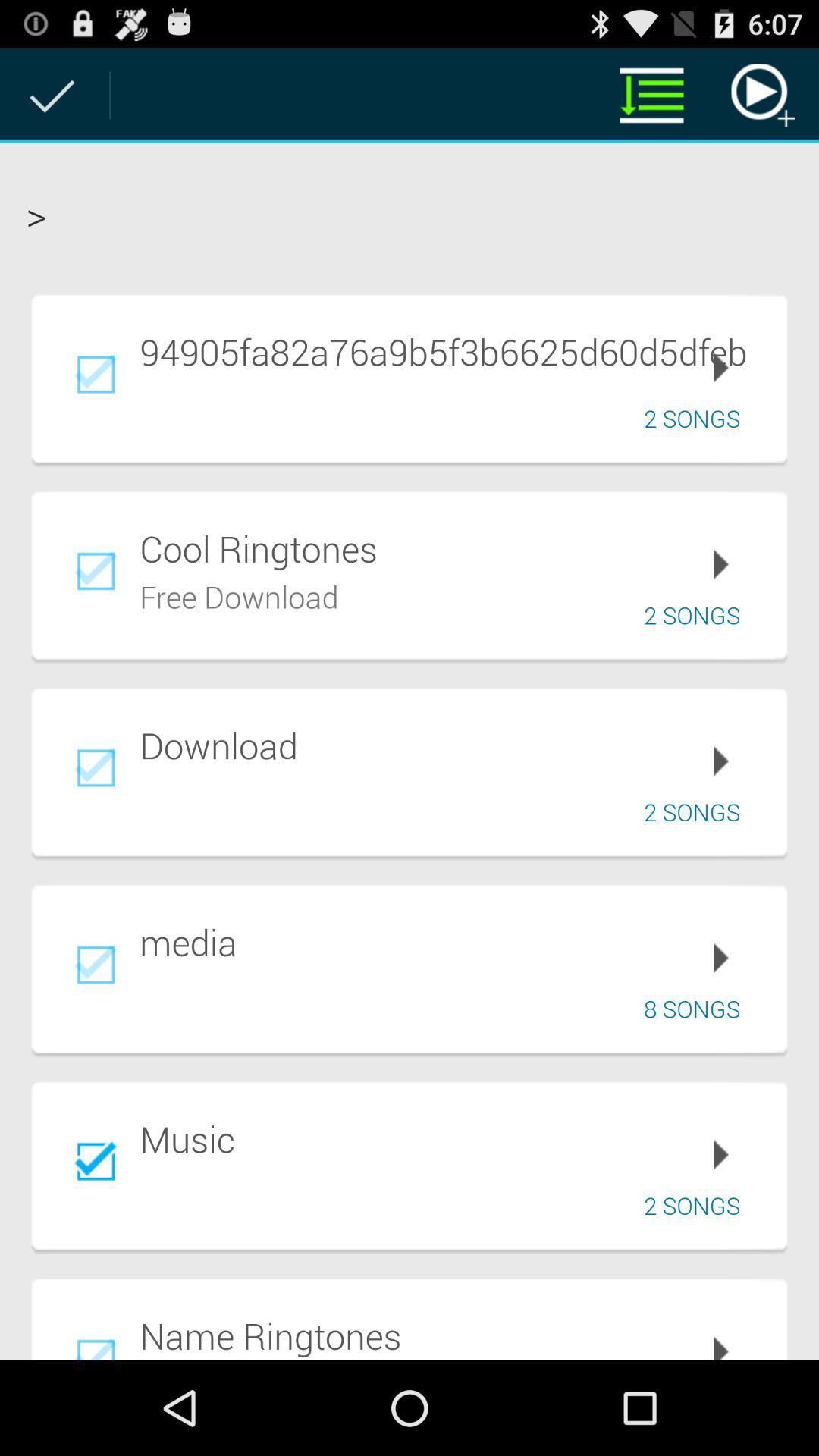 Image resolution: width=819 pixels, height=1456 pixels. Describe the element at coordinates (697, 1009) in the screenshot. I see `8 songs item` at that location.